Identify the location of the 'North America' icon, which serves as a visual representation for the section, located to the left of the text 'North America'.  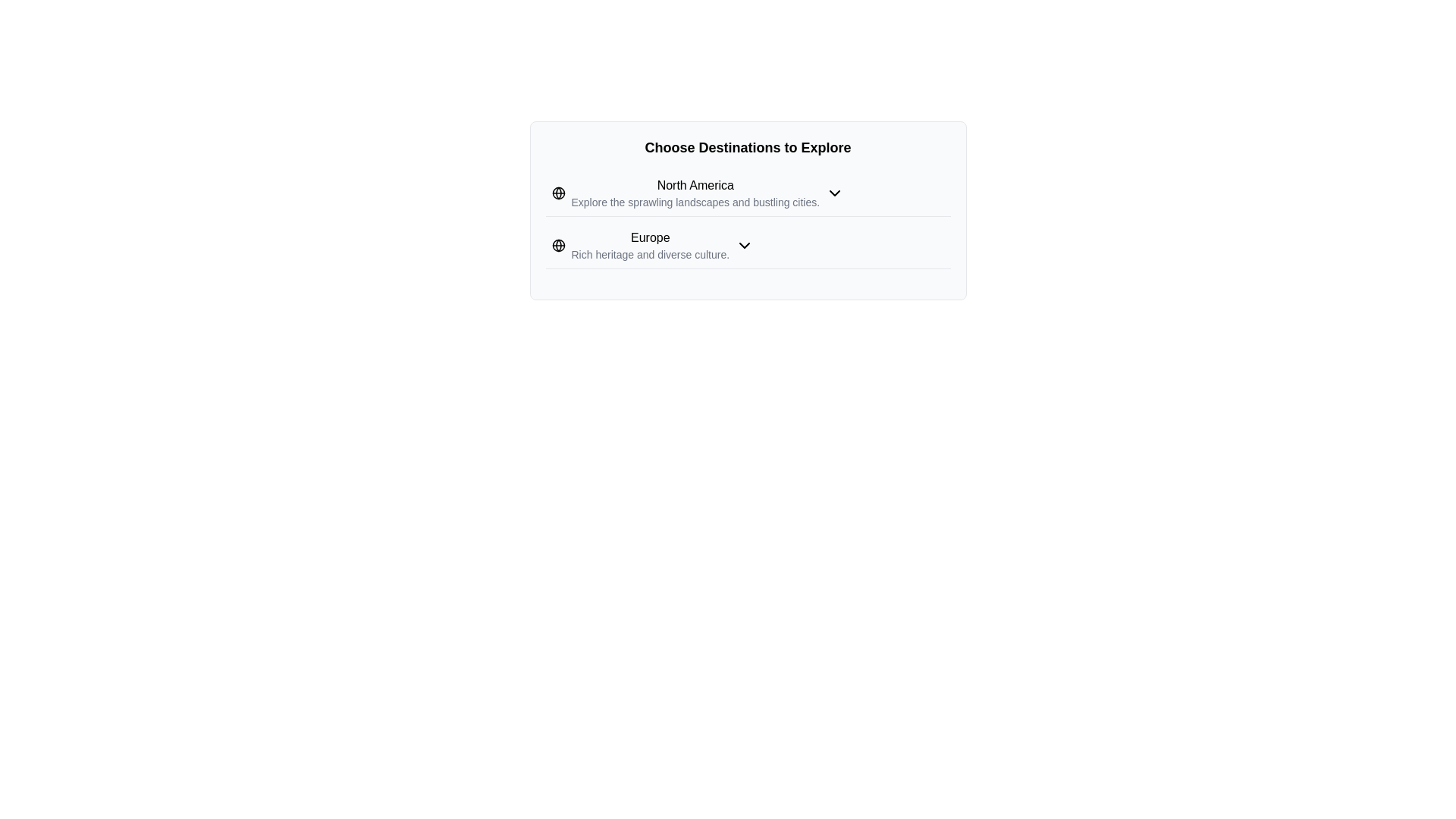
(557, 192).